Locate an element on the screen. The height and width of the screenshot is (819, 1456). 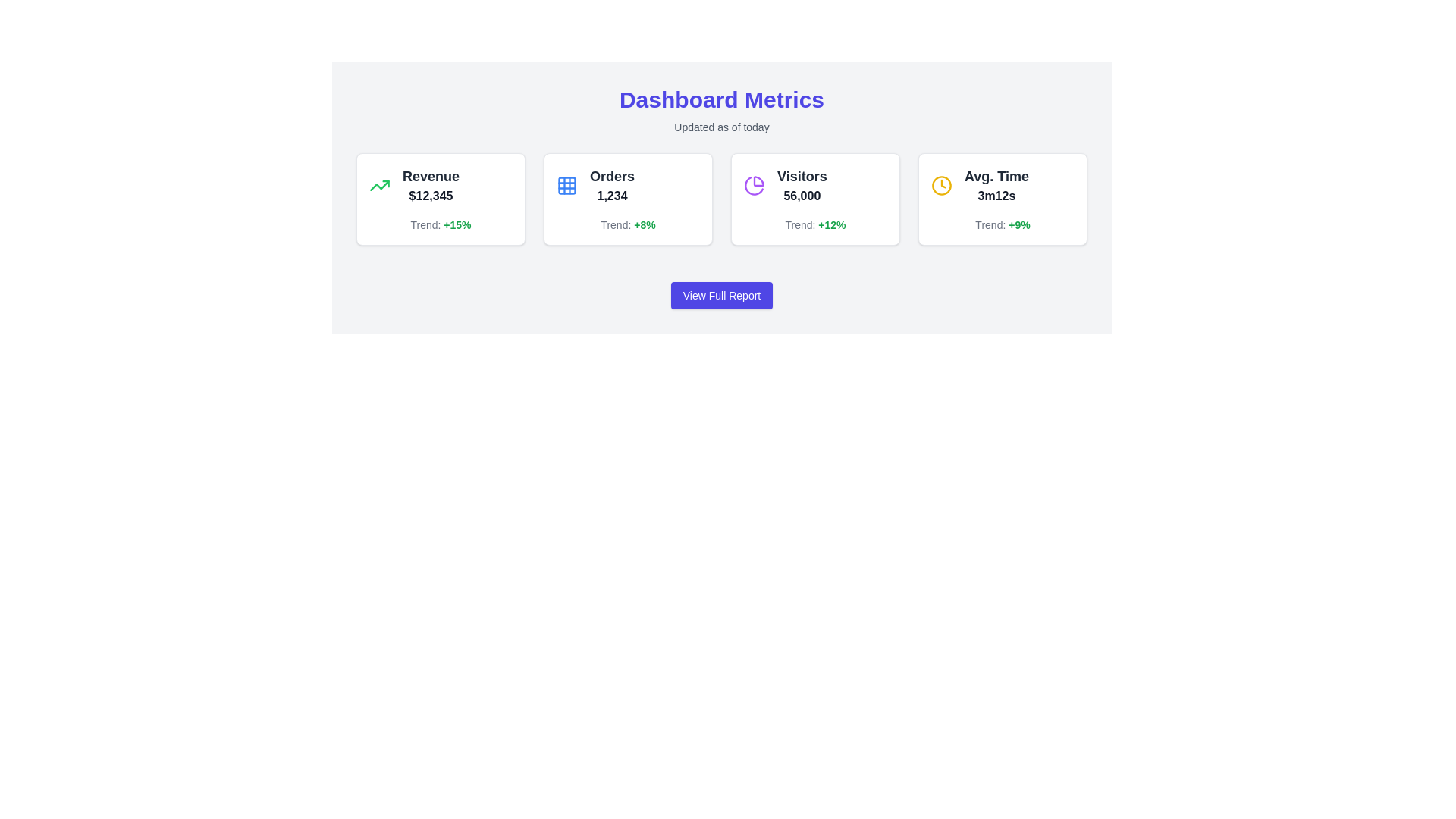
the static text element displaying 'Orders' in bold, large dark gray font, positioned centrally at the top of its card is located at coordinates (612, 175).